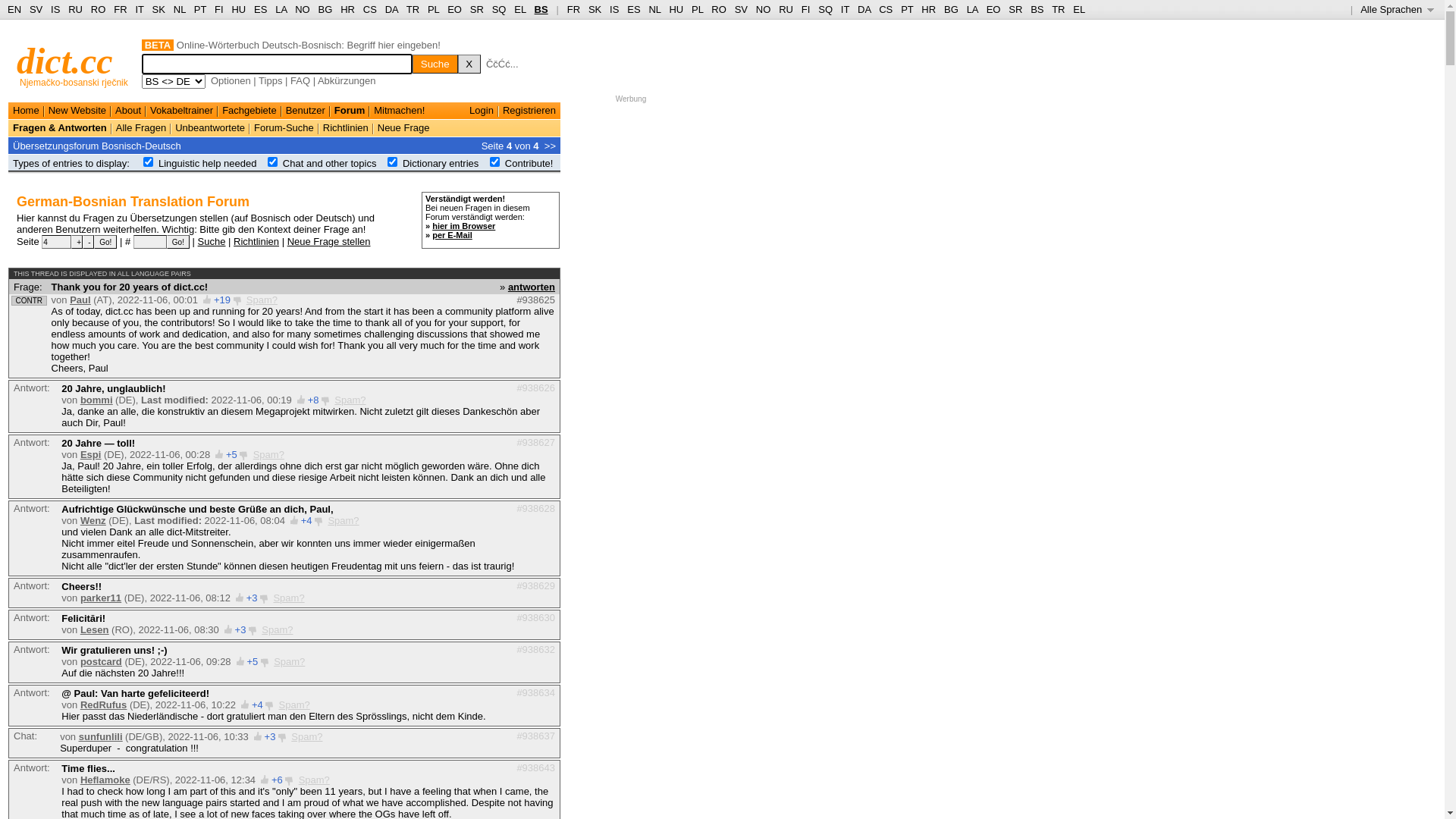 This screenshot has height=819, width=1456. Describe the element at coordinates (541, 9) in the screenshot. I see `'BS'` at that location.